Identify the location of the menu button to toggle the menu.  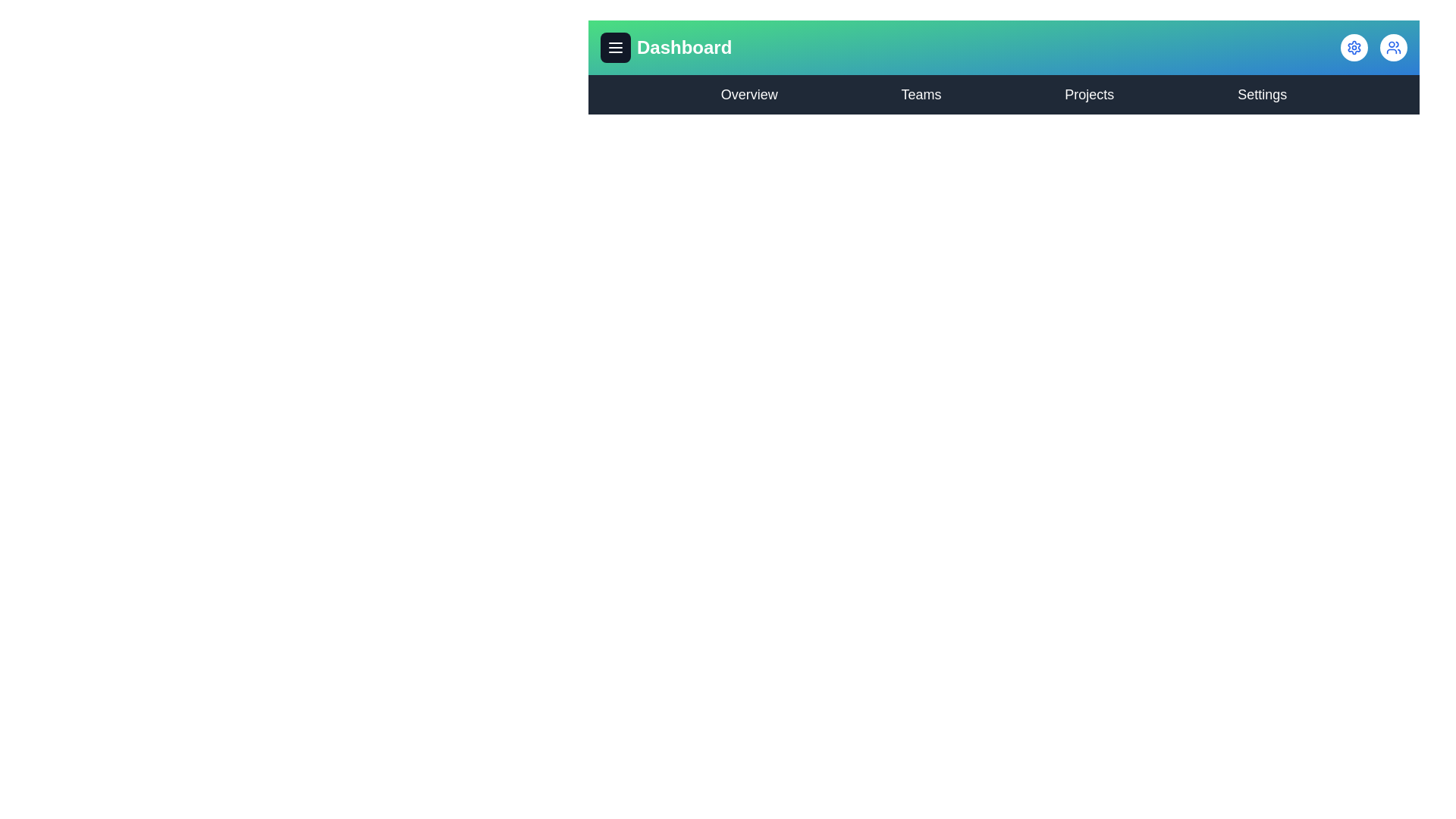
(615, 46).